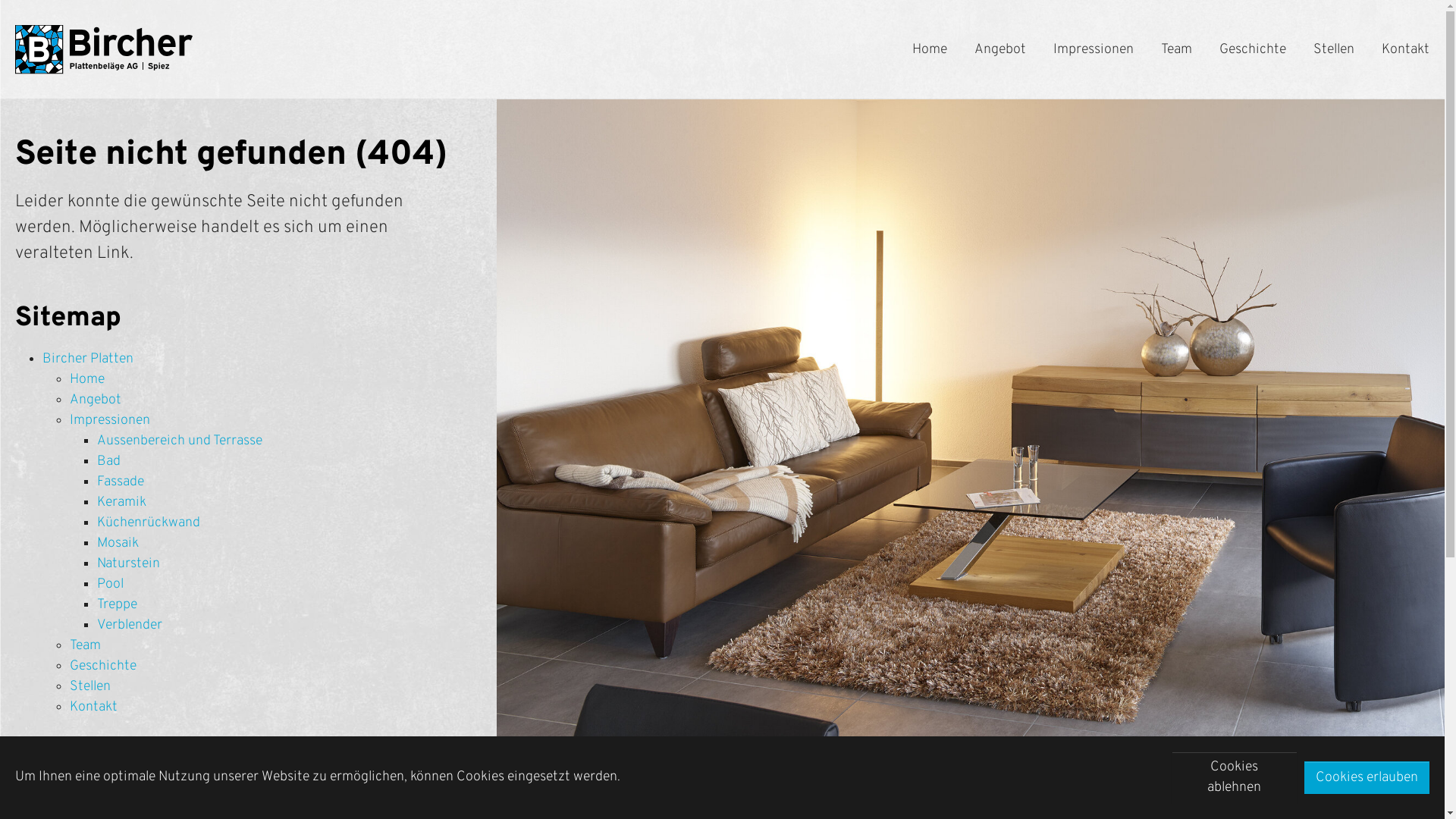 The width and height of the screenshot is (1456, 819). I want to click on 'Treppe', so click(116, 604).